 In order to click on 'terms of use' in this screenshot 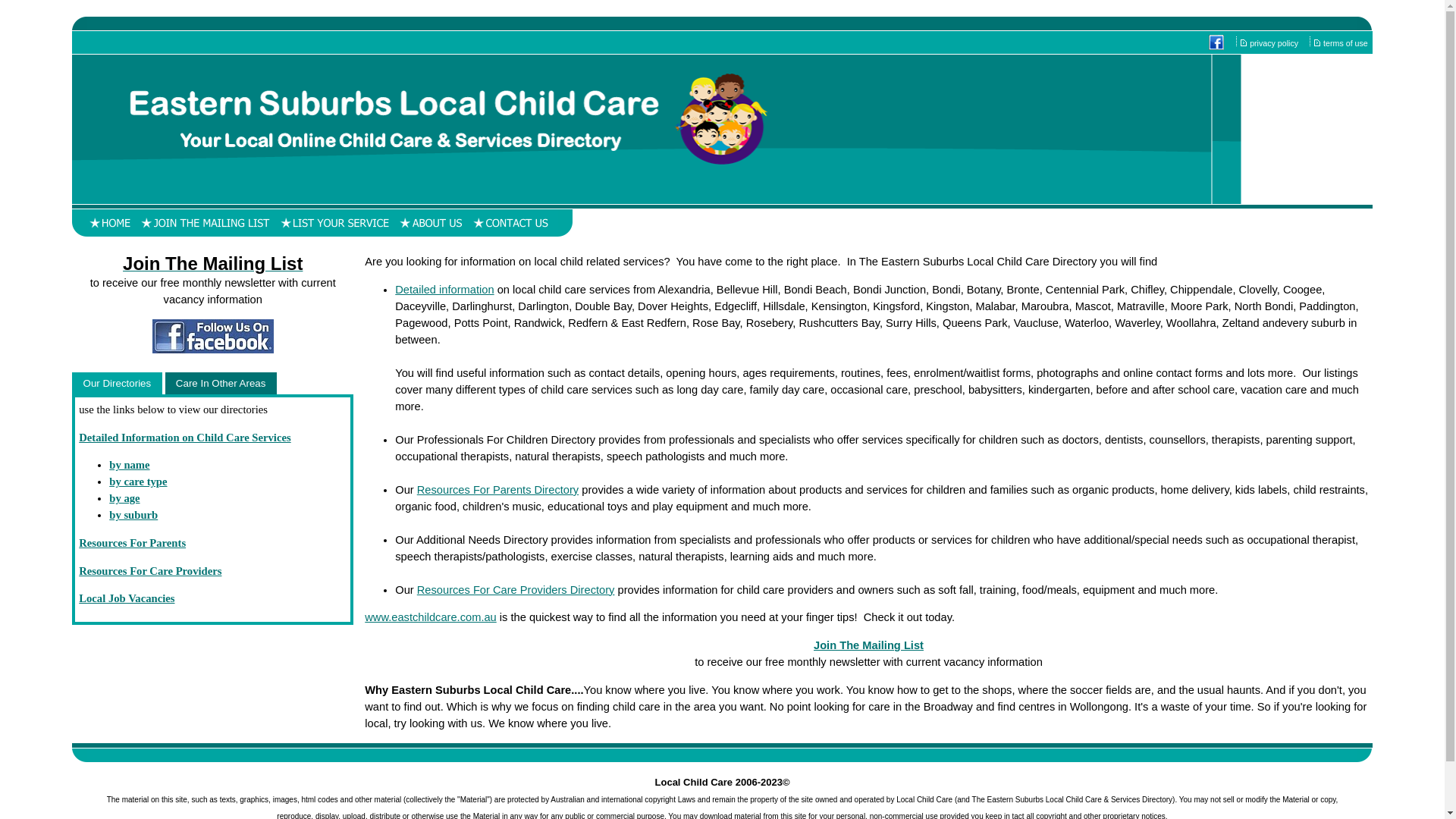, I will do `click(1346, 42)`.